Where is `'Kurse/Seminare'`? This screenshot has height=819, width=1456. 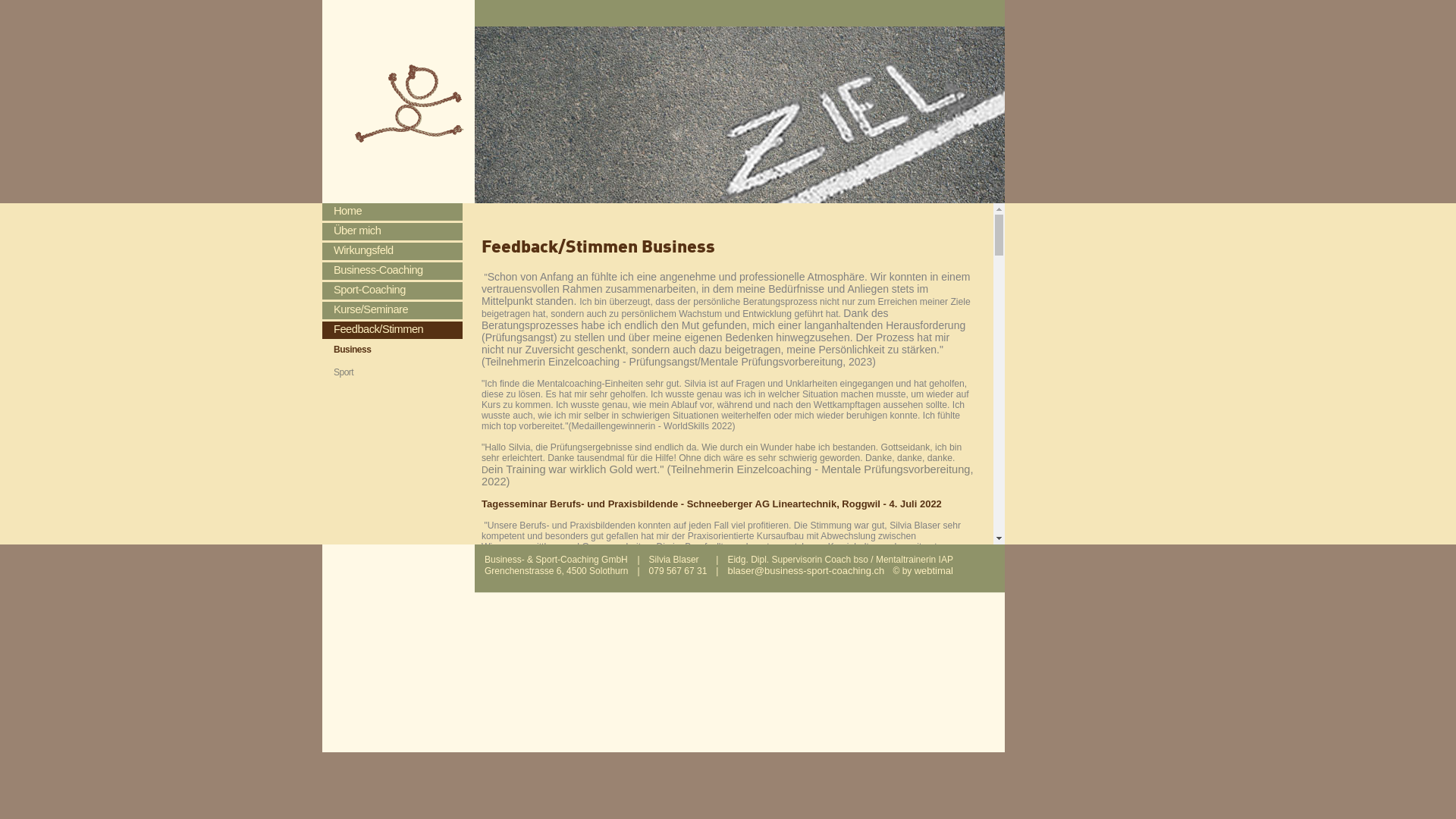
'Kurse/Seminare' is located at coordinates (392, 309).